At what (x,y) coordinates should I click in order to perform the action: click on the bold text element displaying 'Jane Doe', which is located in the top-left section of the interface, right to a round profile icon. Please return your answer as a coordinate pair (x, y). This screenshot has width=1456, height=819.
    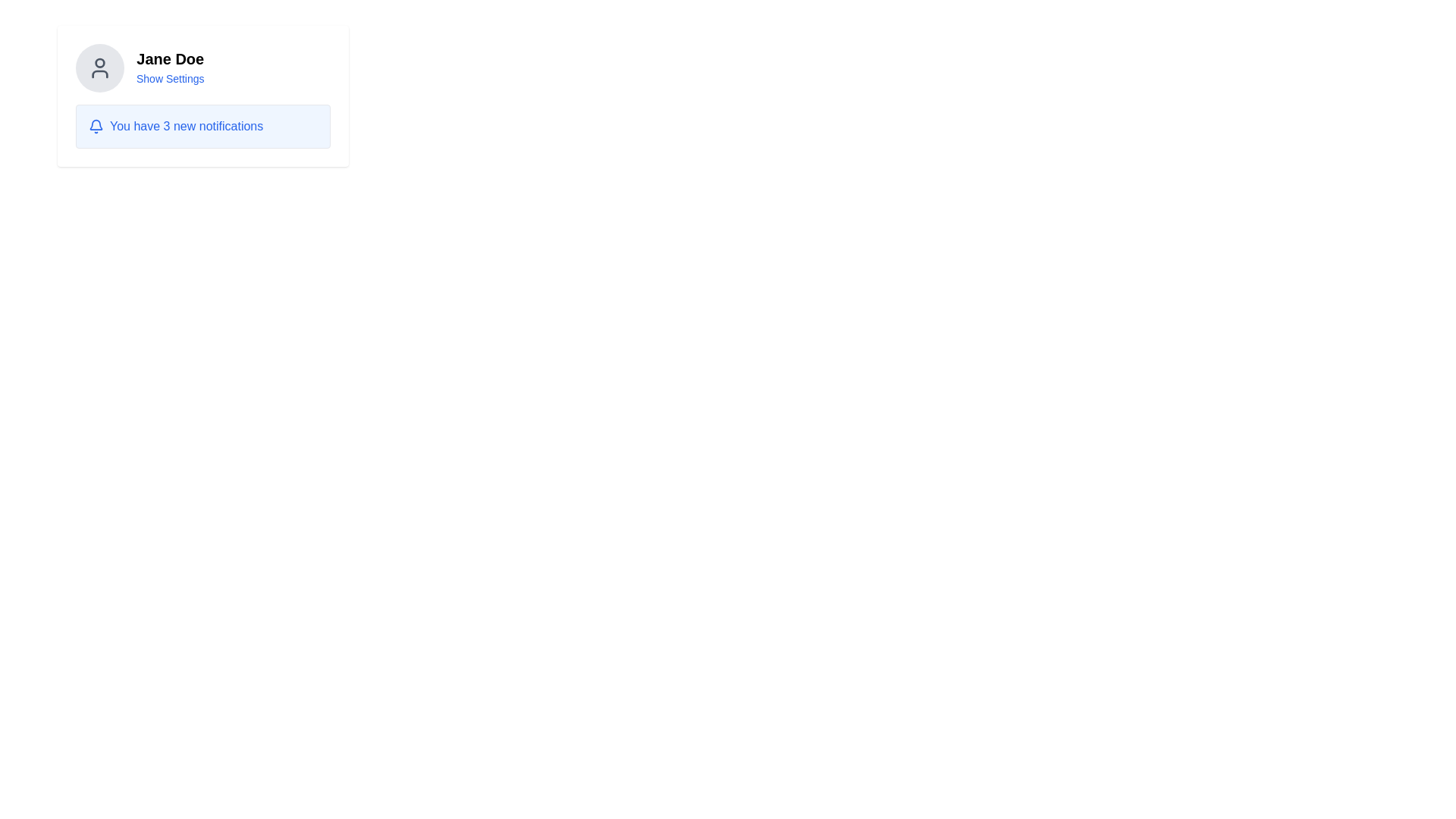
    Looking at the image, I should click on (170, 58).